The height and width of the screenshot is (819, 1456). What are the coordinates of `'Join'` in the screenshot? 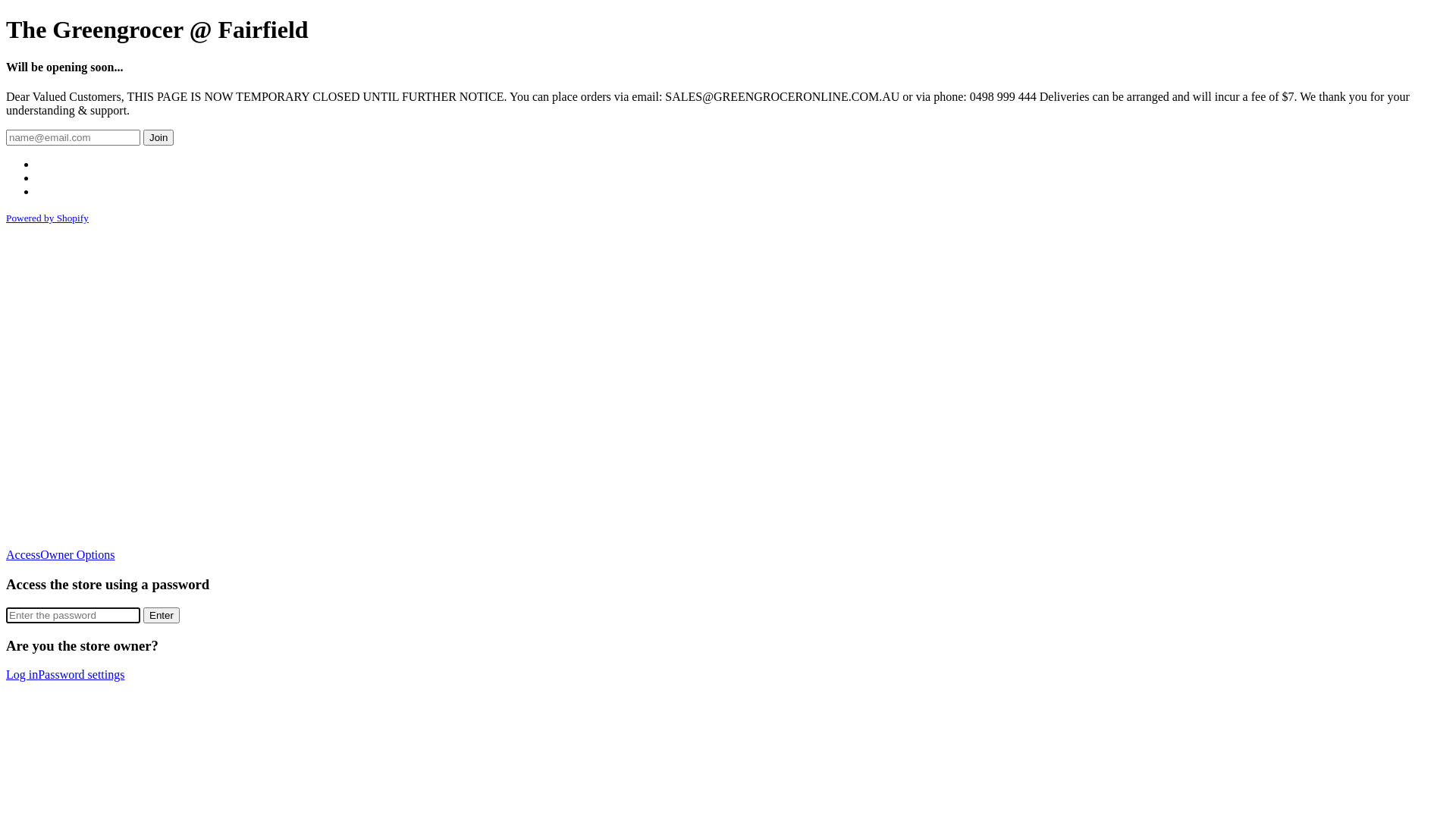 It's located at (158, 137).